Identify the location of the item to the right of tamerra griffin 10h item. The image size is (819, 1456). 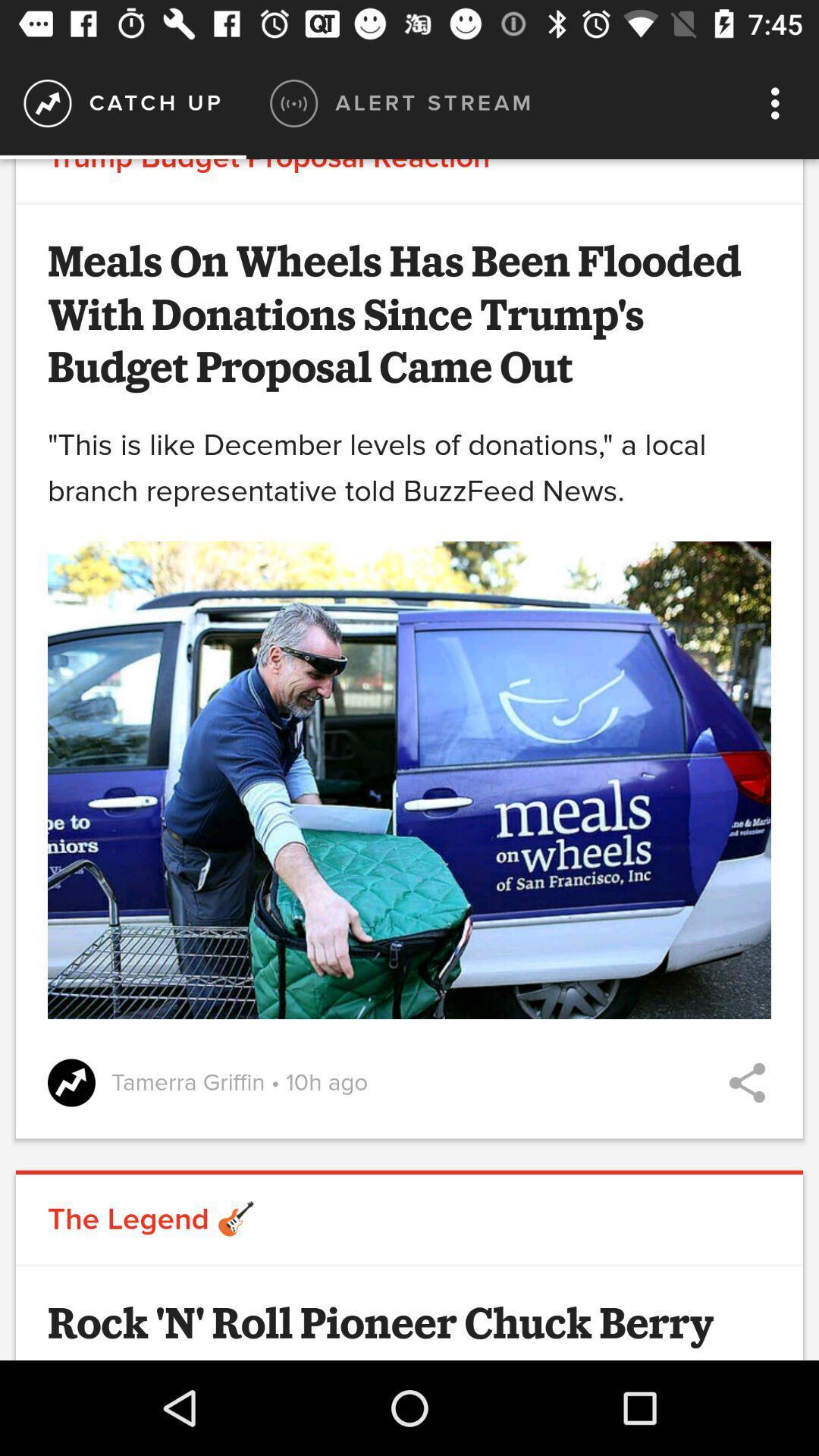
(746, 1082).